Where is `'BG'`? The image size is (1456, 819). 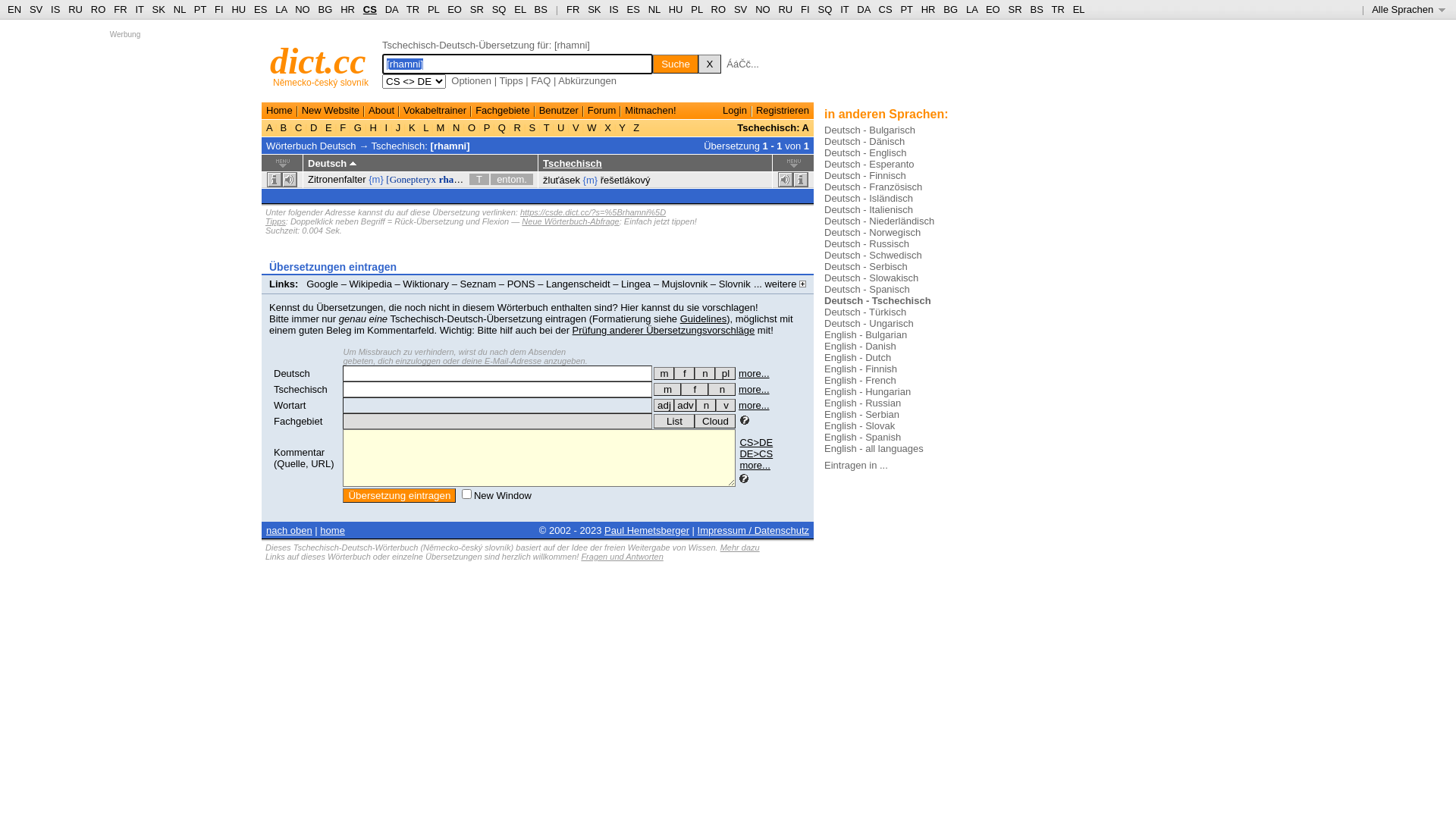
'BG' is located at coordinates (949, 9).